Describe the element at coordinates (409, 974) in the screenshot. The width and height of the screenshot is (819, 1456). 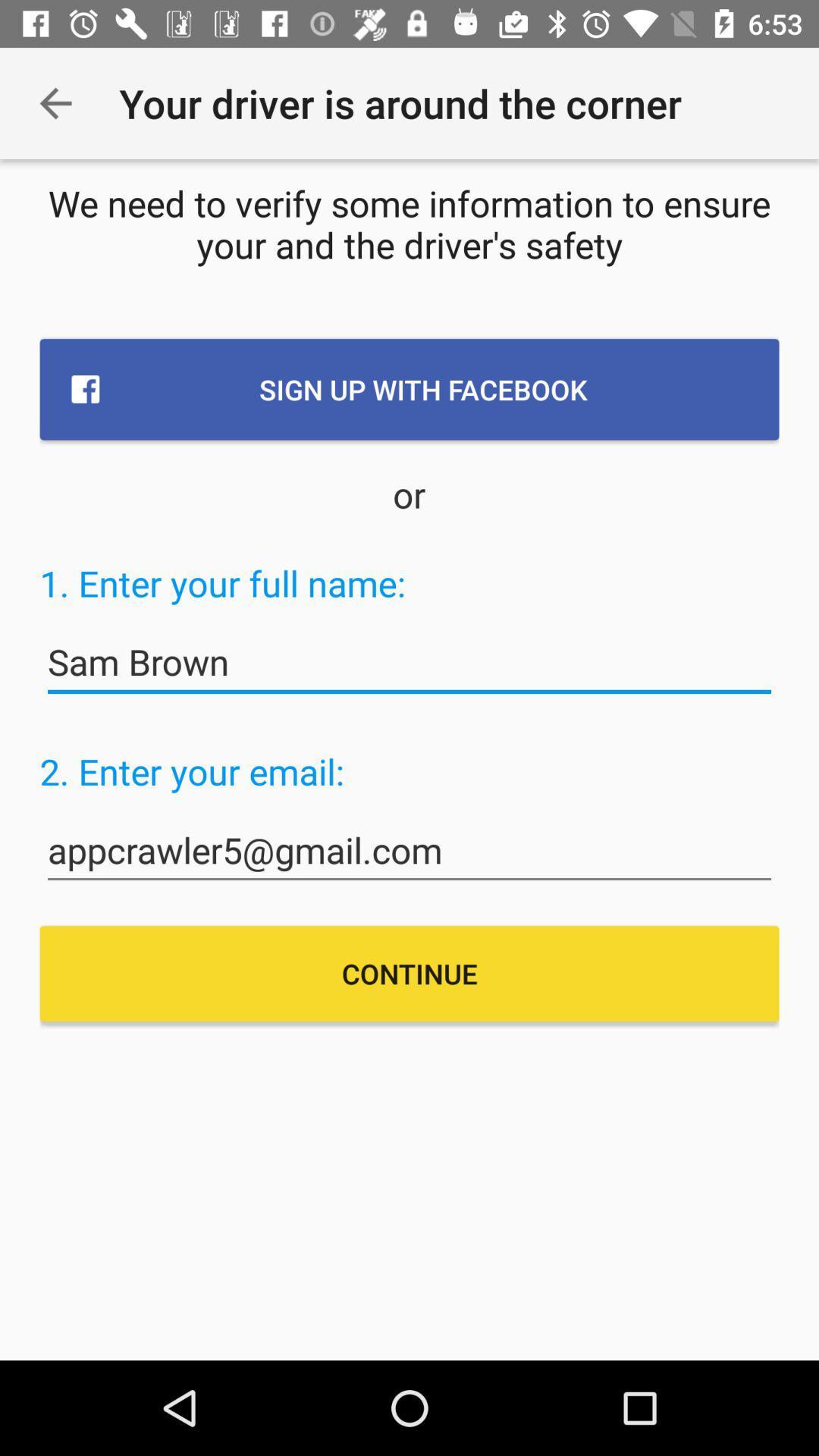
I see `the icon below the appcrawler5@gmail.com icon` at that location.